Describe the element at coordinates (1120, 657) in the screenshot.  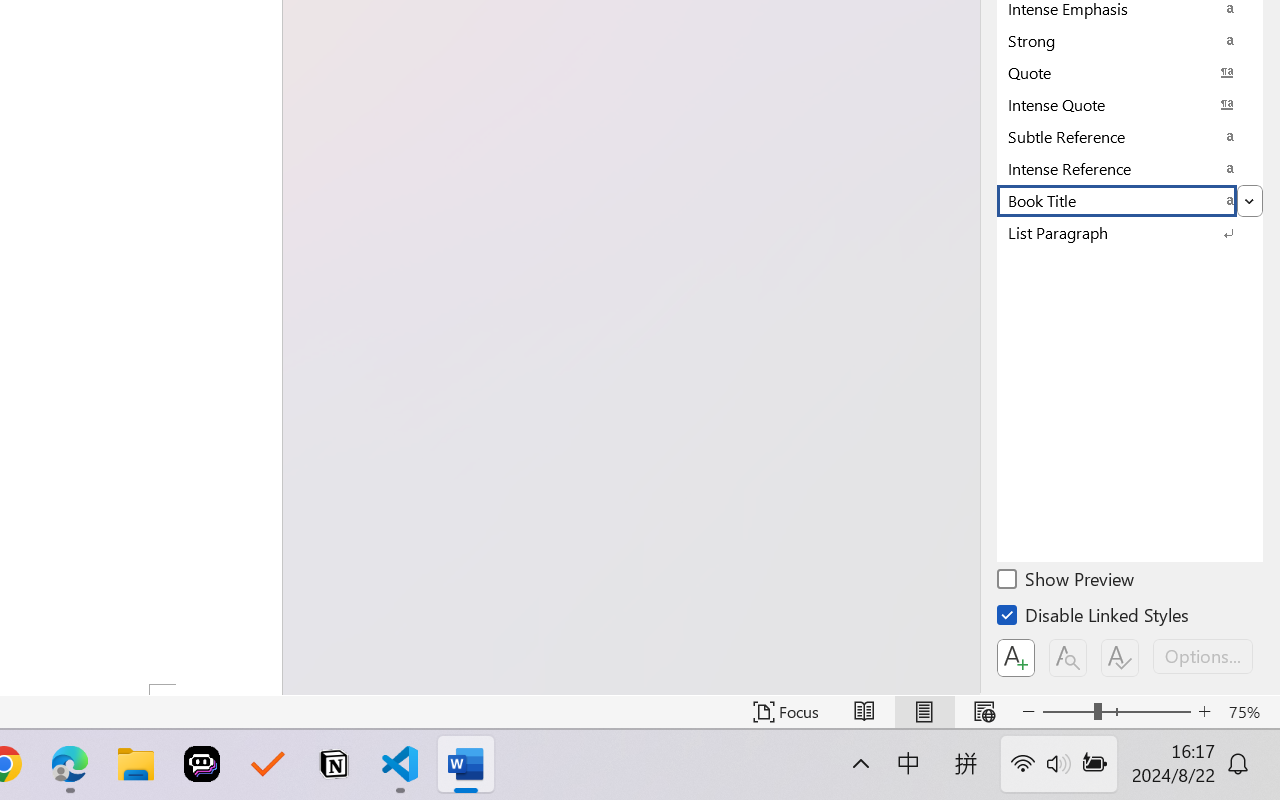
I see `'Class: NetUIButton'` at that location.